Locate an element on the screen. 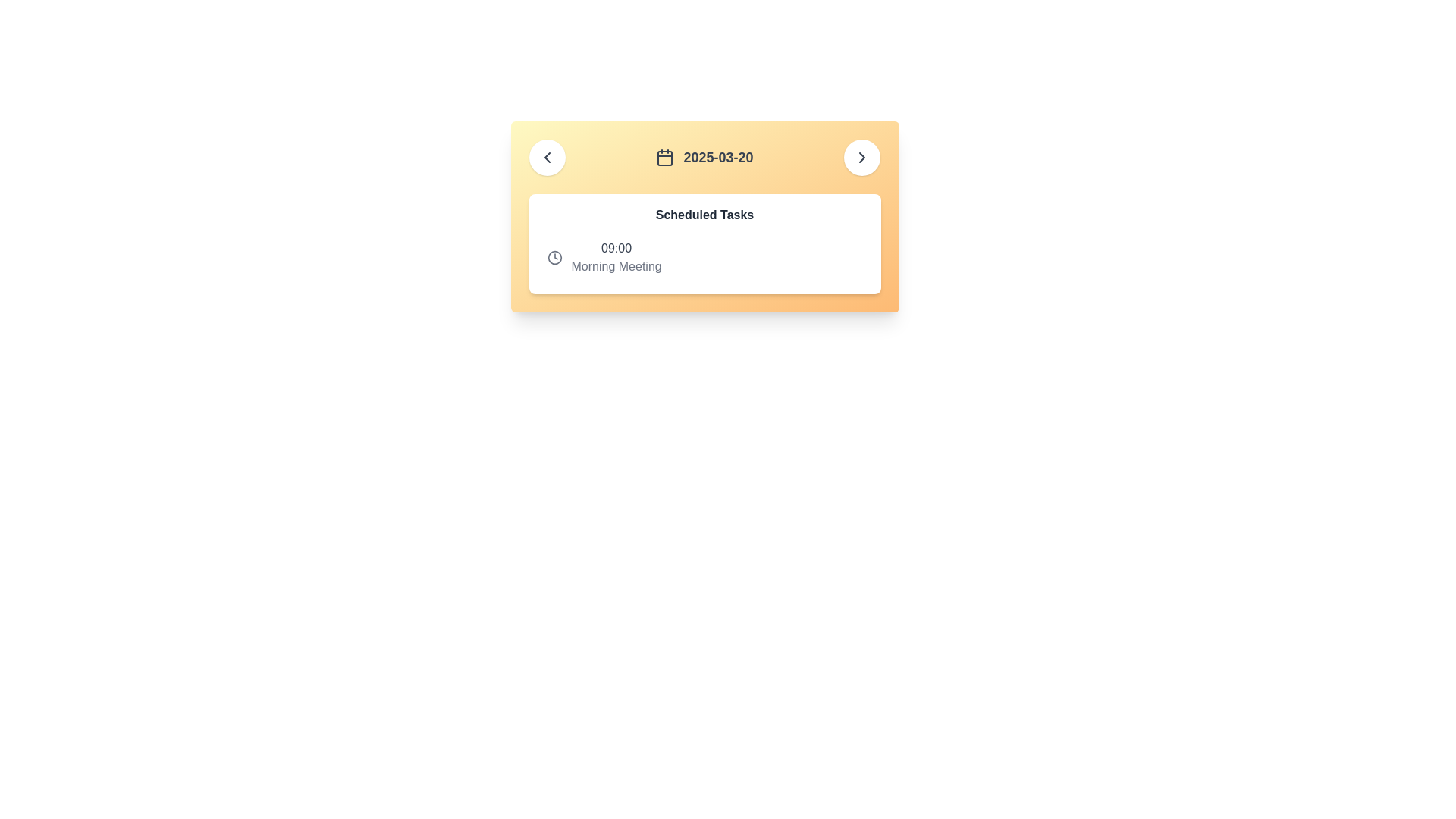  the Chevron icon located in the leftmost circular button of the top section to trigger a tooltip or visual feedback is located at coordinates (546, 158).